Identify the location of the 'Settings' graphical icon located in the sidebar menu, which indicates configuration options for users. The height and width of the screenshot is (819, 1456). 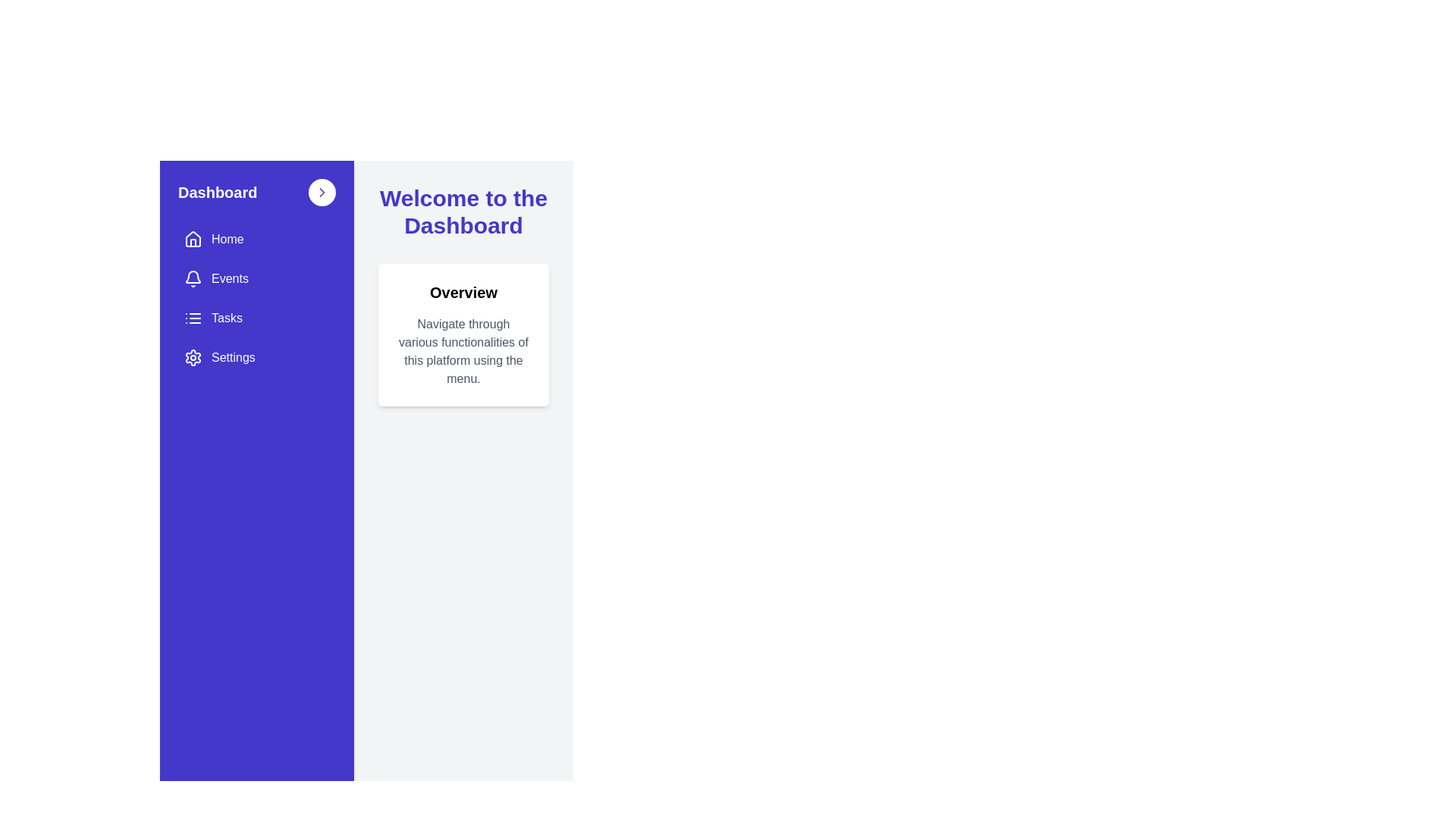
(192, 357).